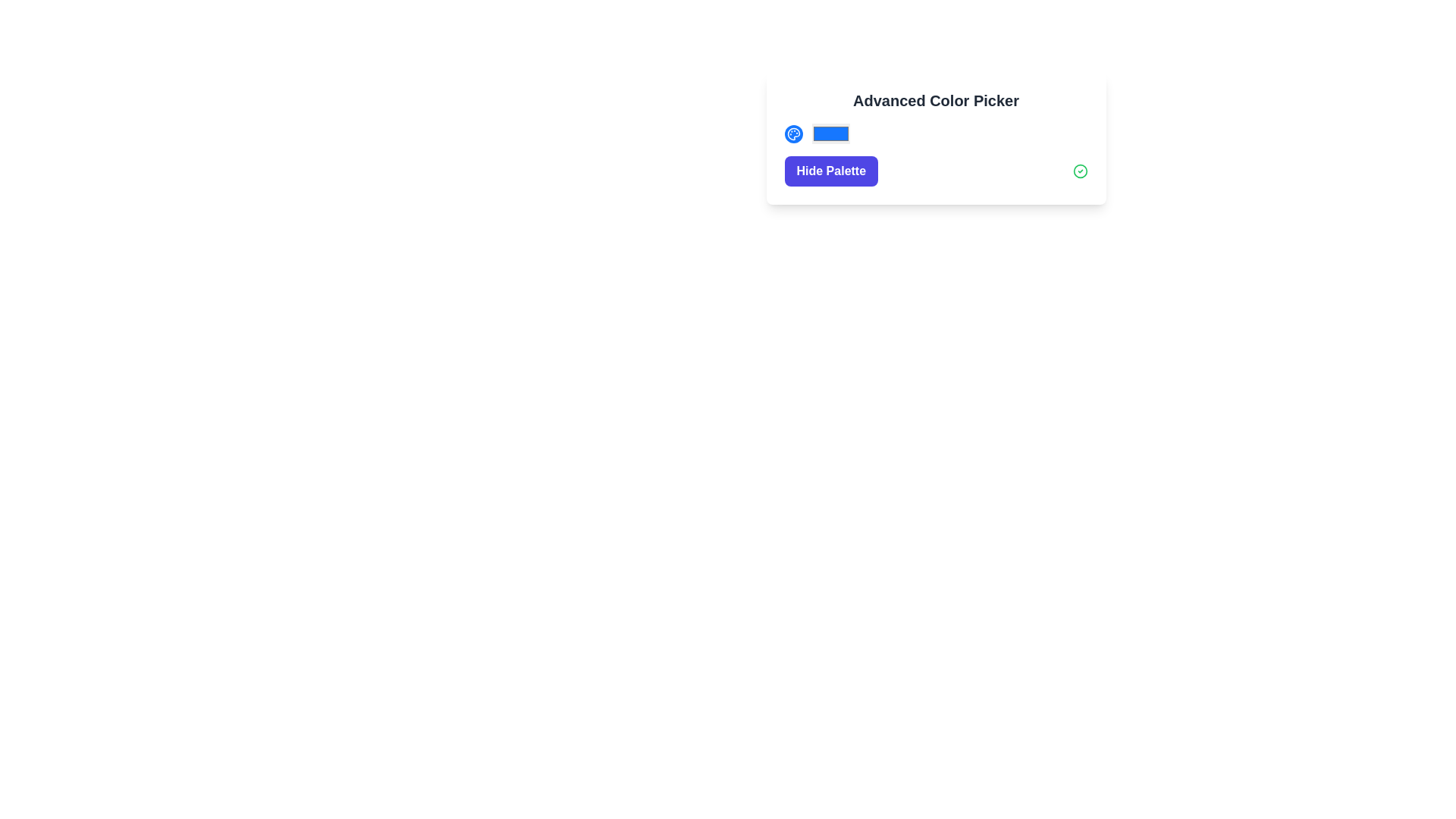 Image resolution: width=1456 pixels, height=819 pixels. I want to click on the green circular border icon with a white background located in the Advanced Color Picker interface, adjacent to a red-bordered icon, so click(1079, 171).